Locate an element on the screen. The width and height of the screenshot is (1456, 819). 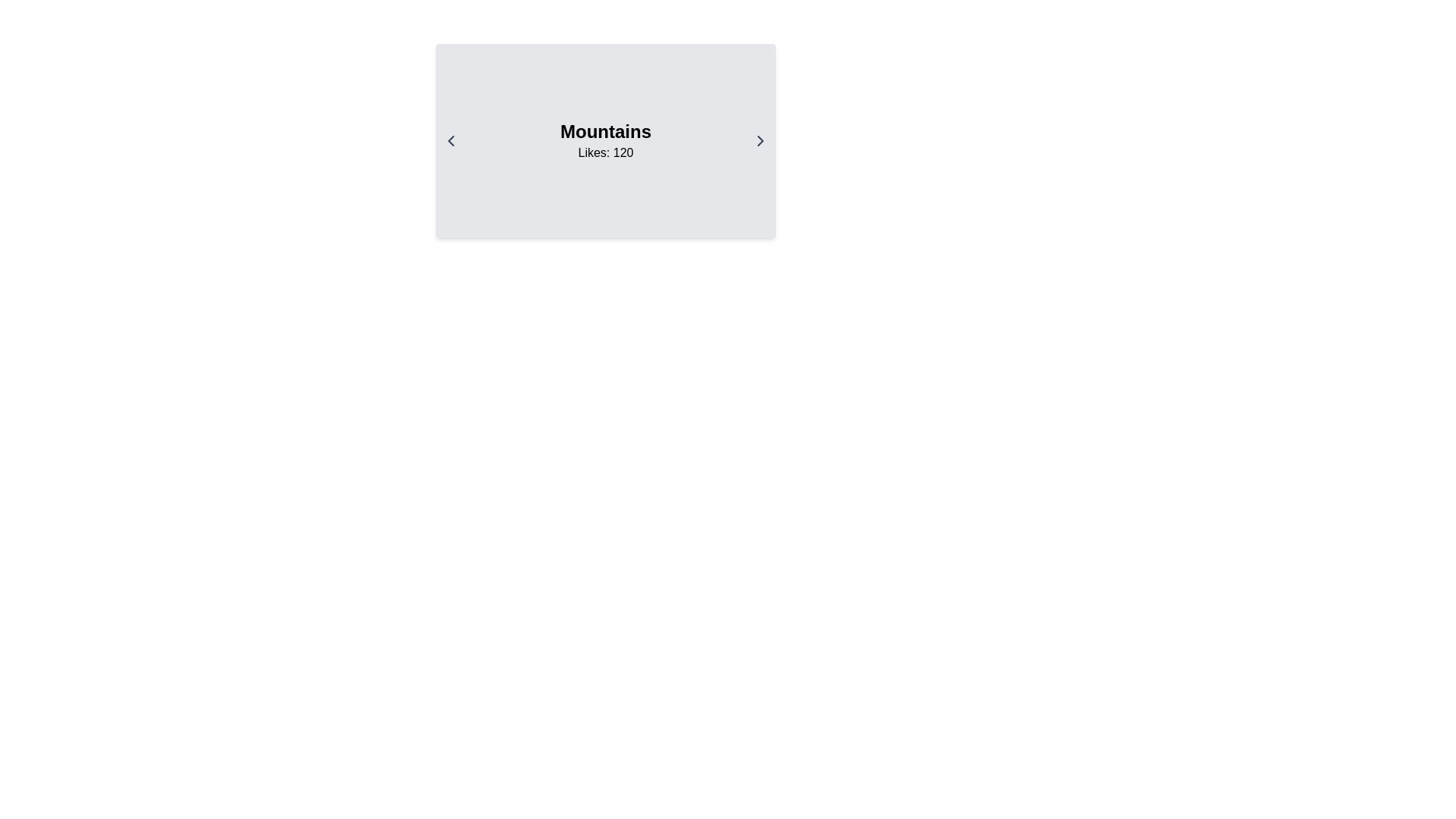
the text that displays the number of likes for the 'Mountains' entity is located at coordinates (604, 152).